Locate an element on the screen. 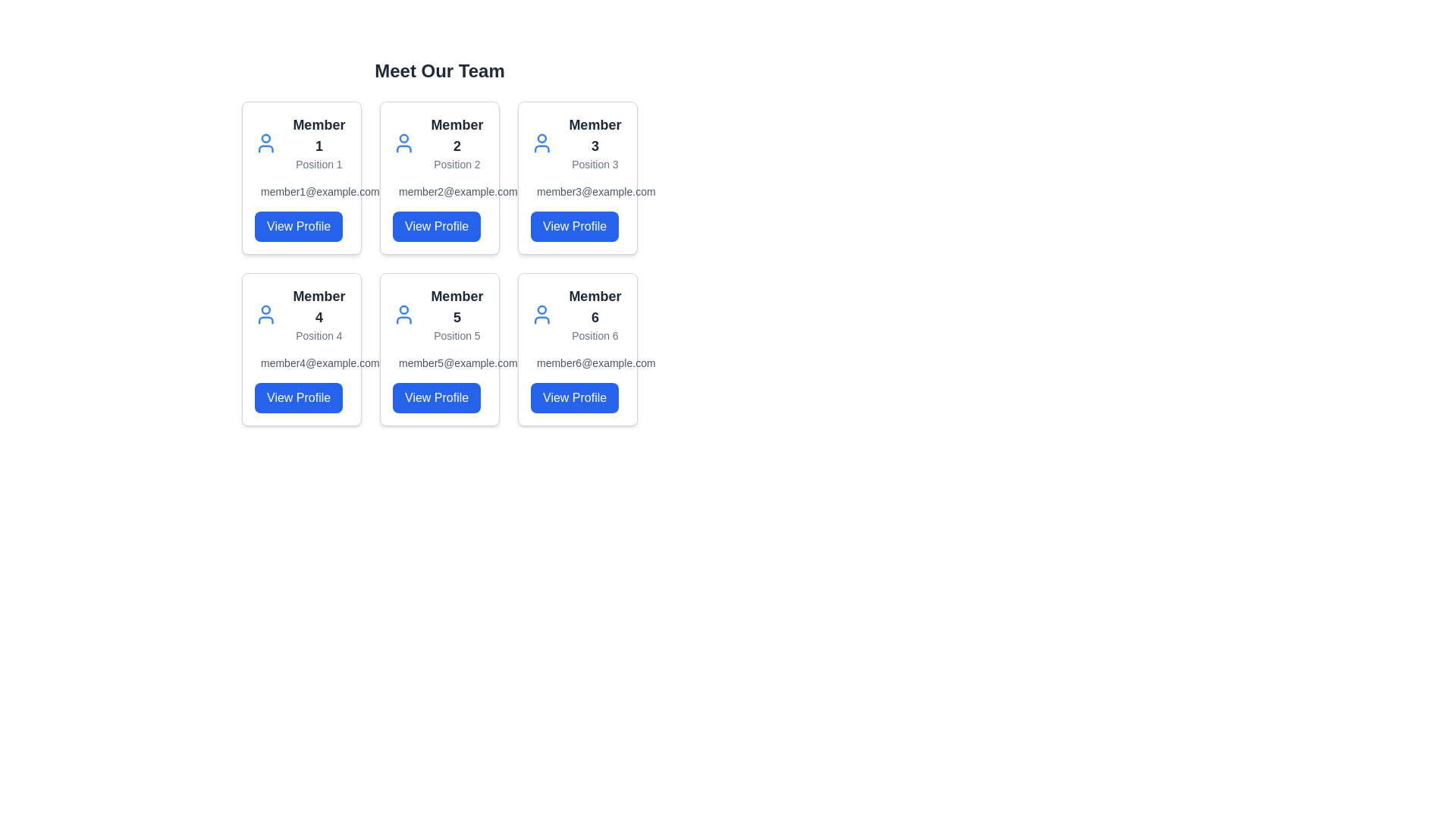  the team member label displaying their name and position, which is located in the second row, first column of a 3x2 grid layout under the 'Meet Our Team' title is located at coordinates (318, 314).